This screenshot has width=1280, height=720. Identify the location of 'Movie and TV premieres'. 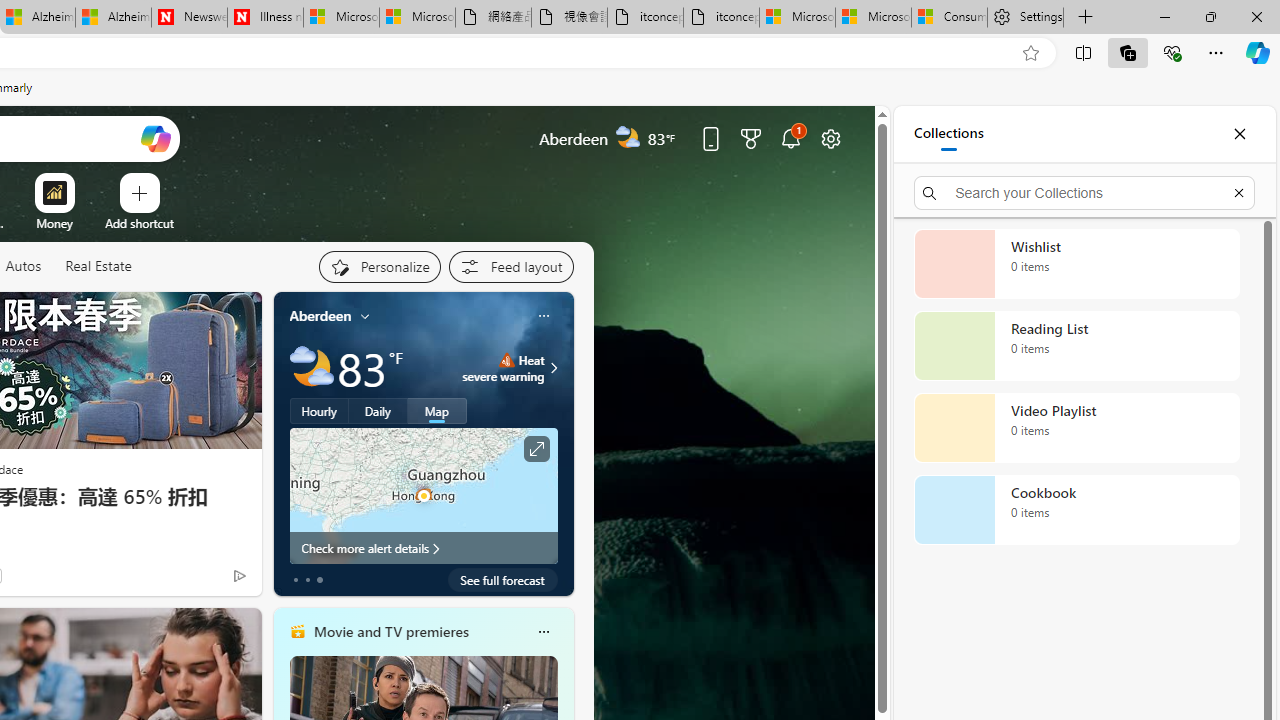
(391, 631).